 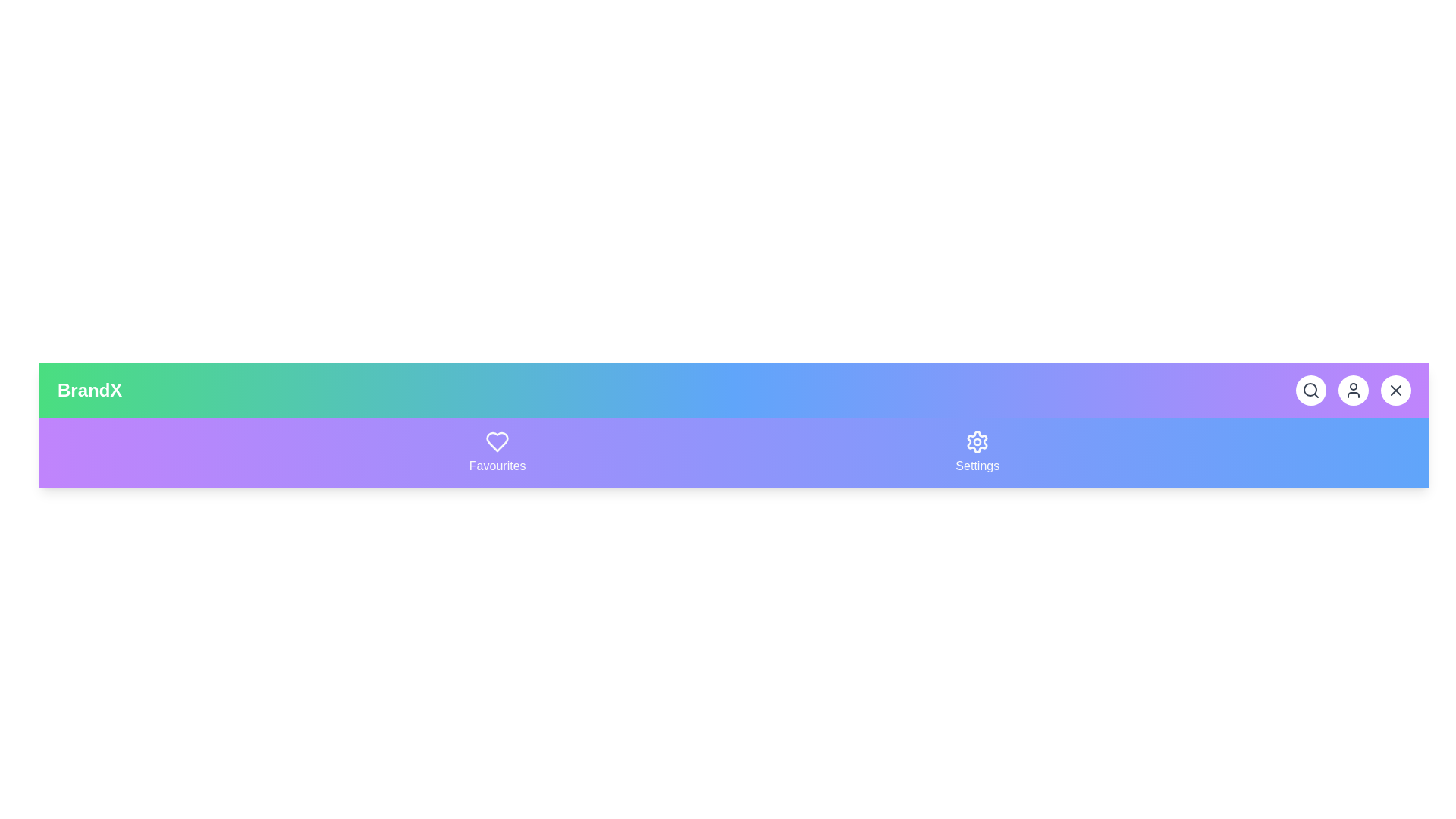 What do you see at coordinates (1395, 390) in the screenshot?
I see `the toggle button to change the menu state` at bounding box center [1395, 390].